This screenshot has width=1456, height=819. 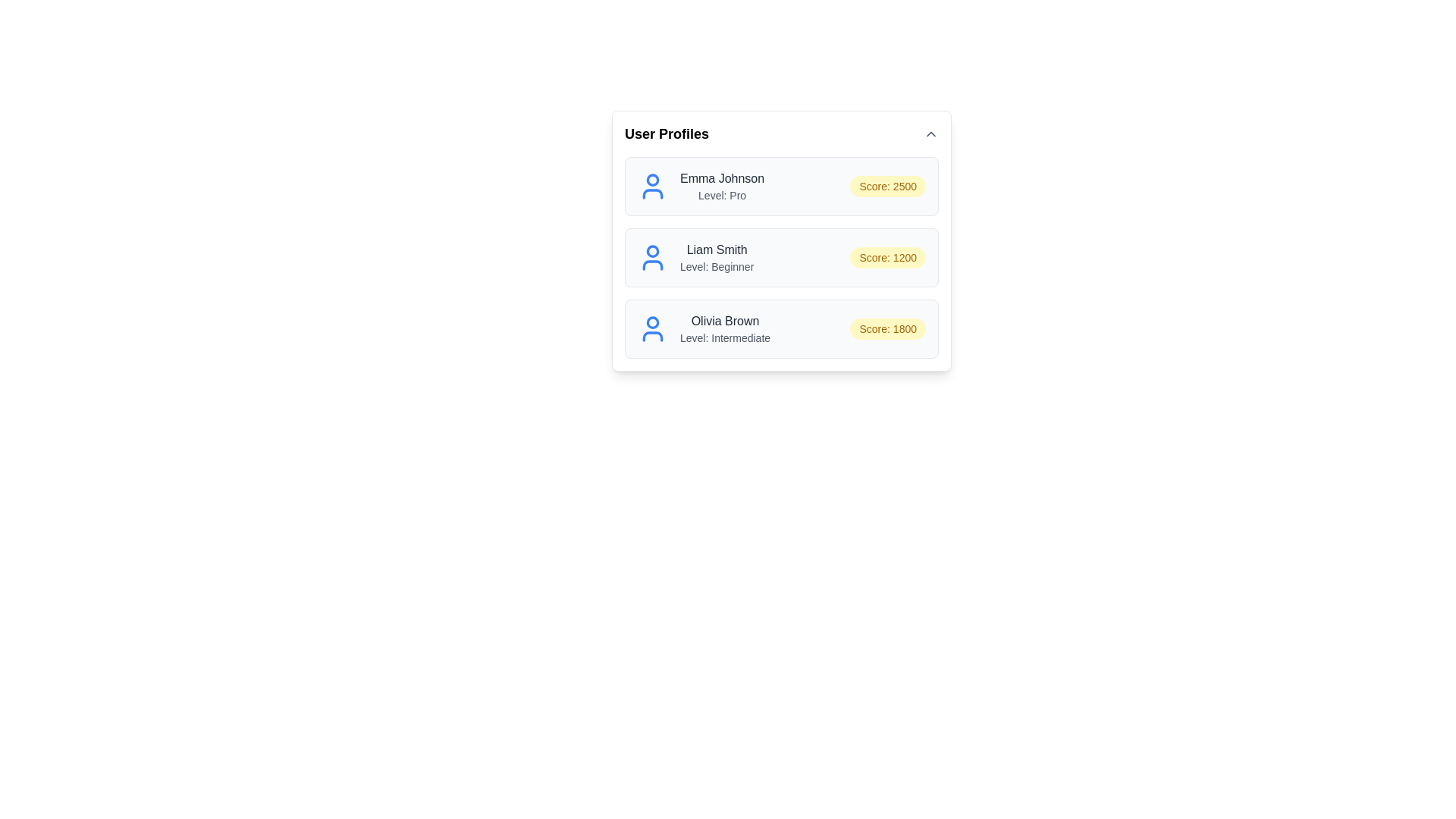 What do you see at coordinates (782, 186) in the screenshot?
I see `the first Profile card in the list` at bounding box center [782, 186].